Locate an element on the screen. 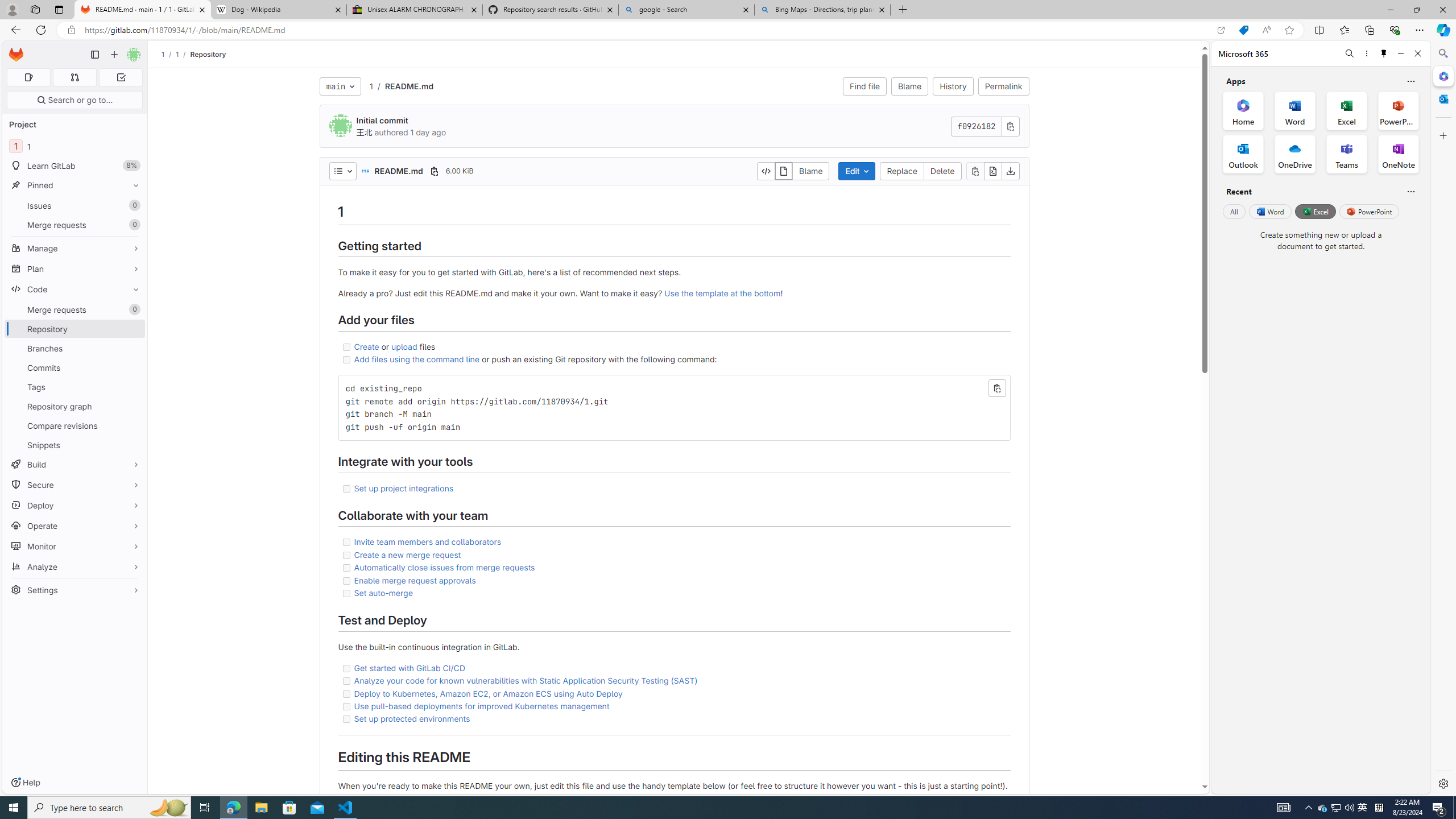 Image resolution: width=1456 pixels, height=819 pixels. 'Merge requests0' is located at coordinates (74, 309).